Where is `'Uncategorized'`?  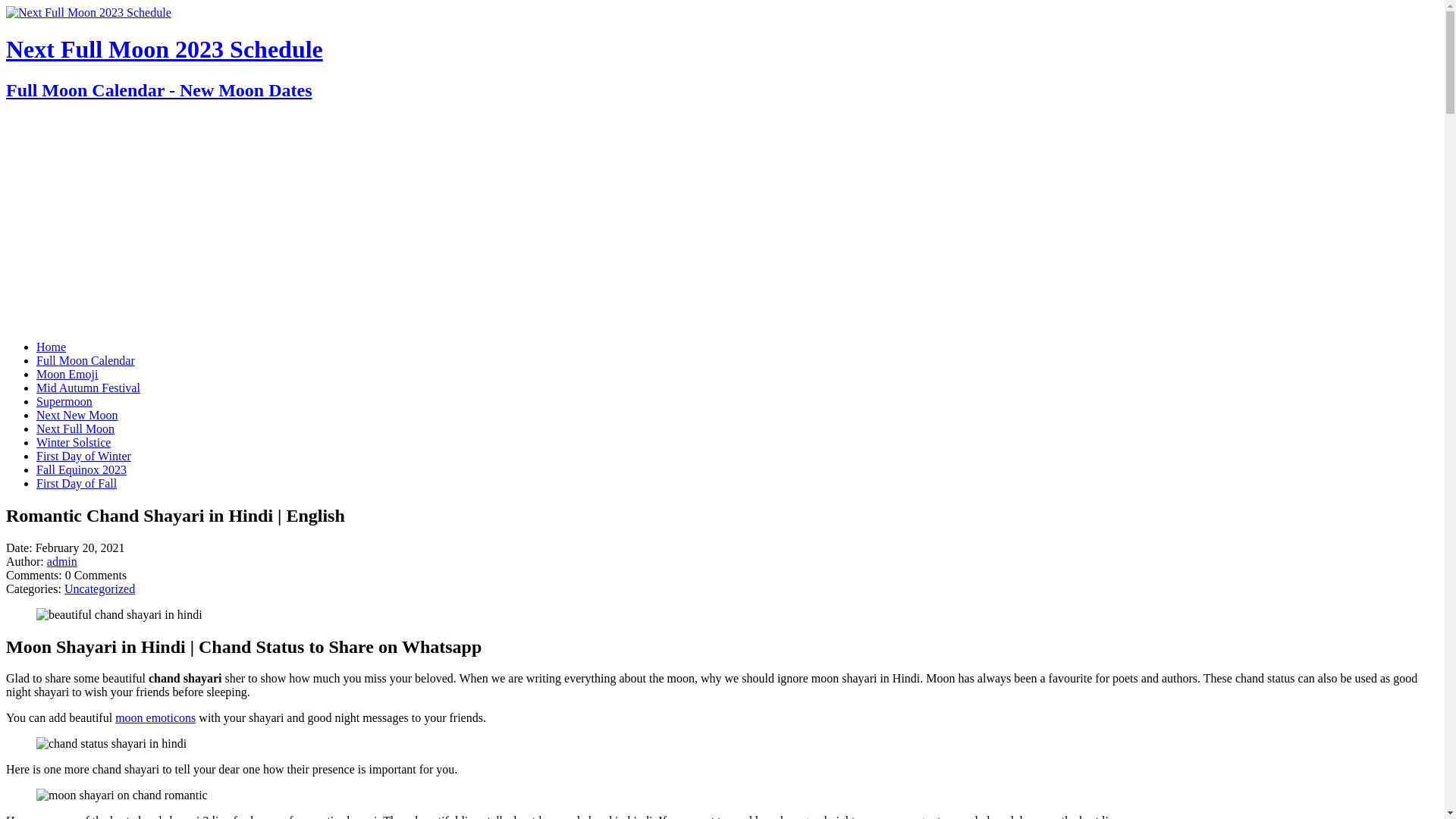
'Uncategorized' is located at coordinates (99, 588).